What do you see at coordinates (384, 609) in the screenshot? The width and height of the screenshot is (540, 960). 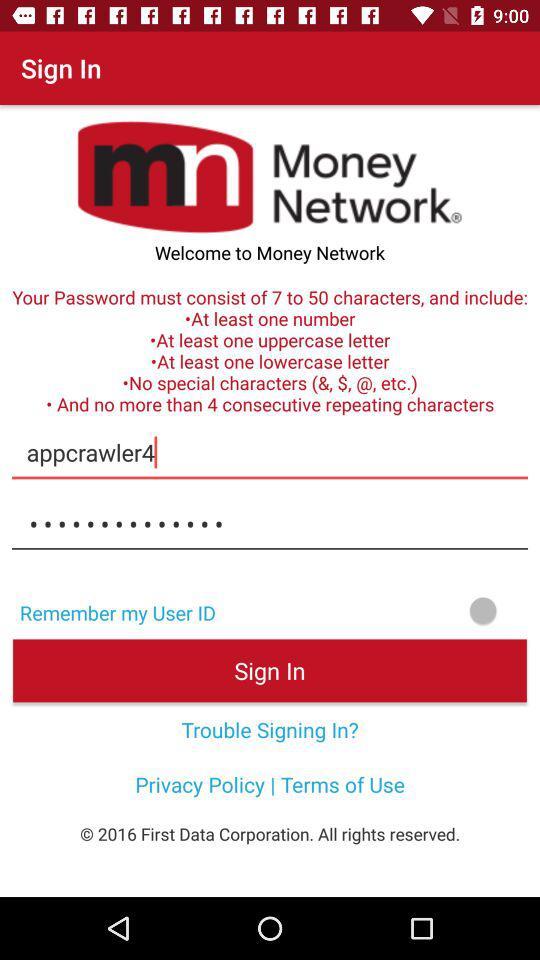 I see `the item on the right` at bounding box center [384, 609].